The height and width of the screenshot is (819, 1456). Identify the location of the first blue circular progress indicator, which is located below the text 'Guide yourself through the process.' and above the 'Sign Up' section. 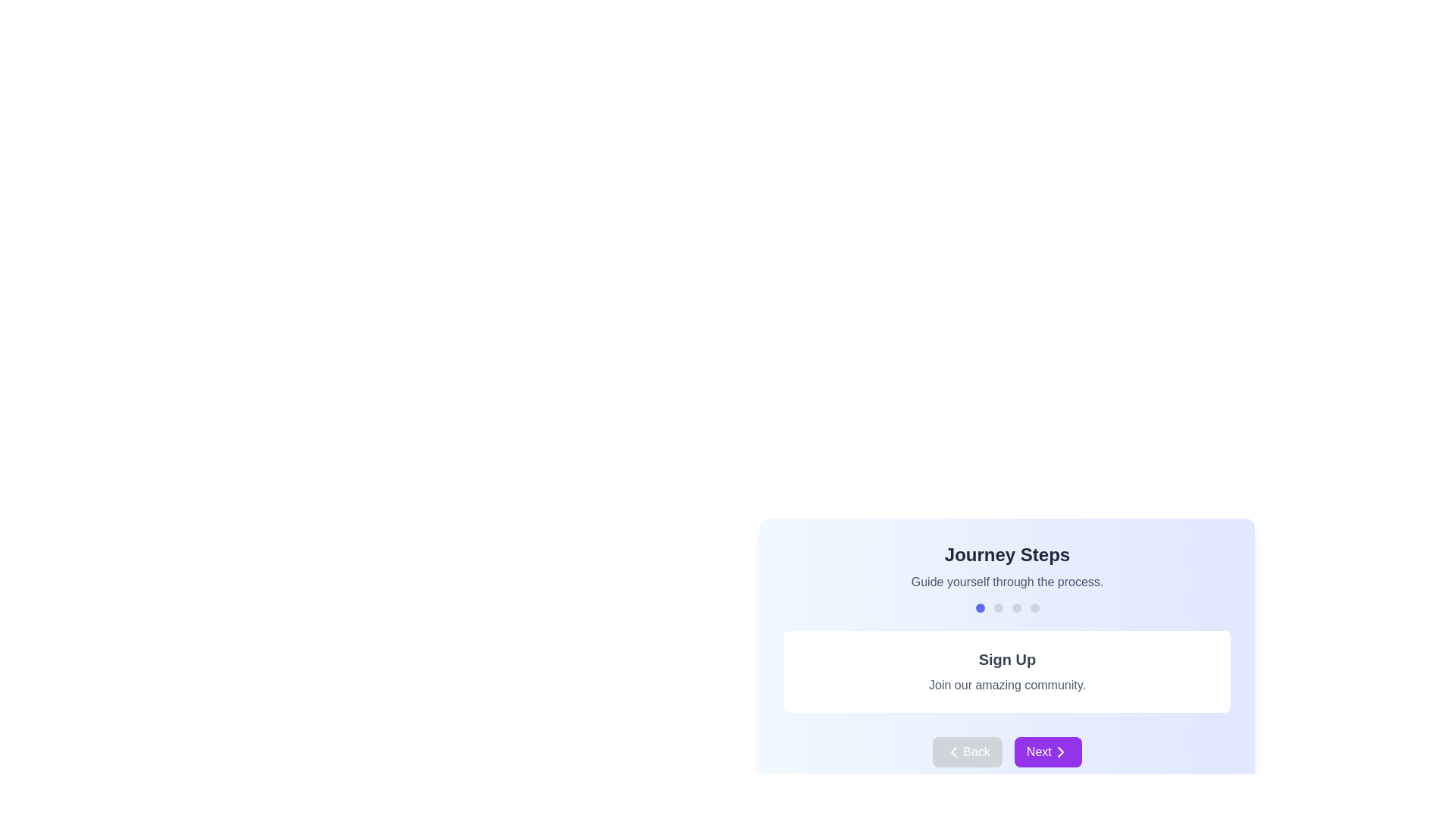
(980, 607).